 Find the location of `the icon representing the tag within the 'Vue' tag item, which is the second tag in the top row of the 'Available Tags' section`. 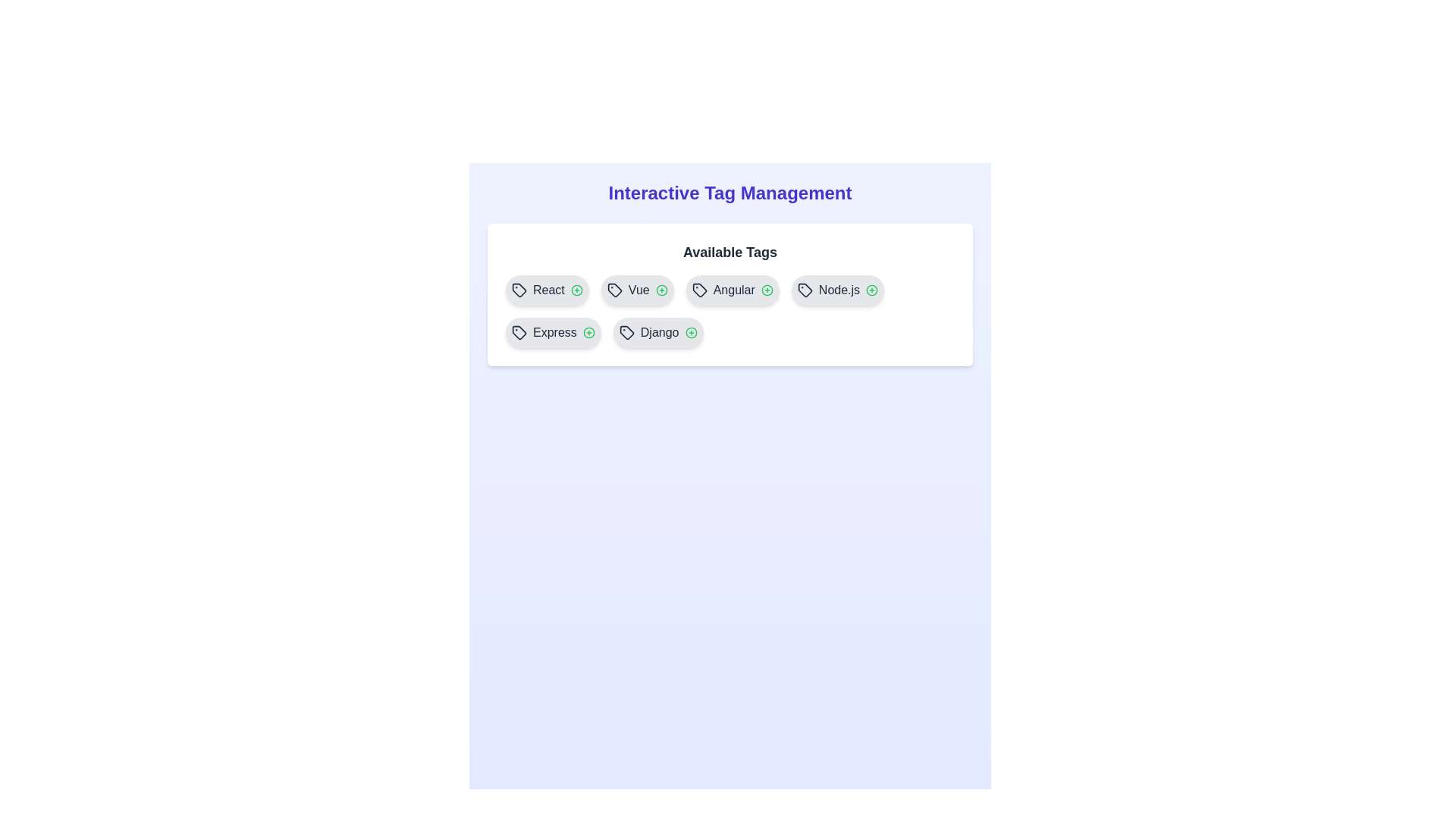

the icon representing the tag within the 'Vue' tag item, which is the second tag in the top row of the 'Available Tags' section is located at coordinates (614, 290).